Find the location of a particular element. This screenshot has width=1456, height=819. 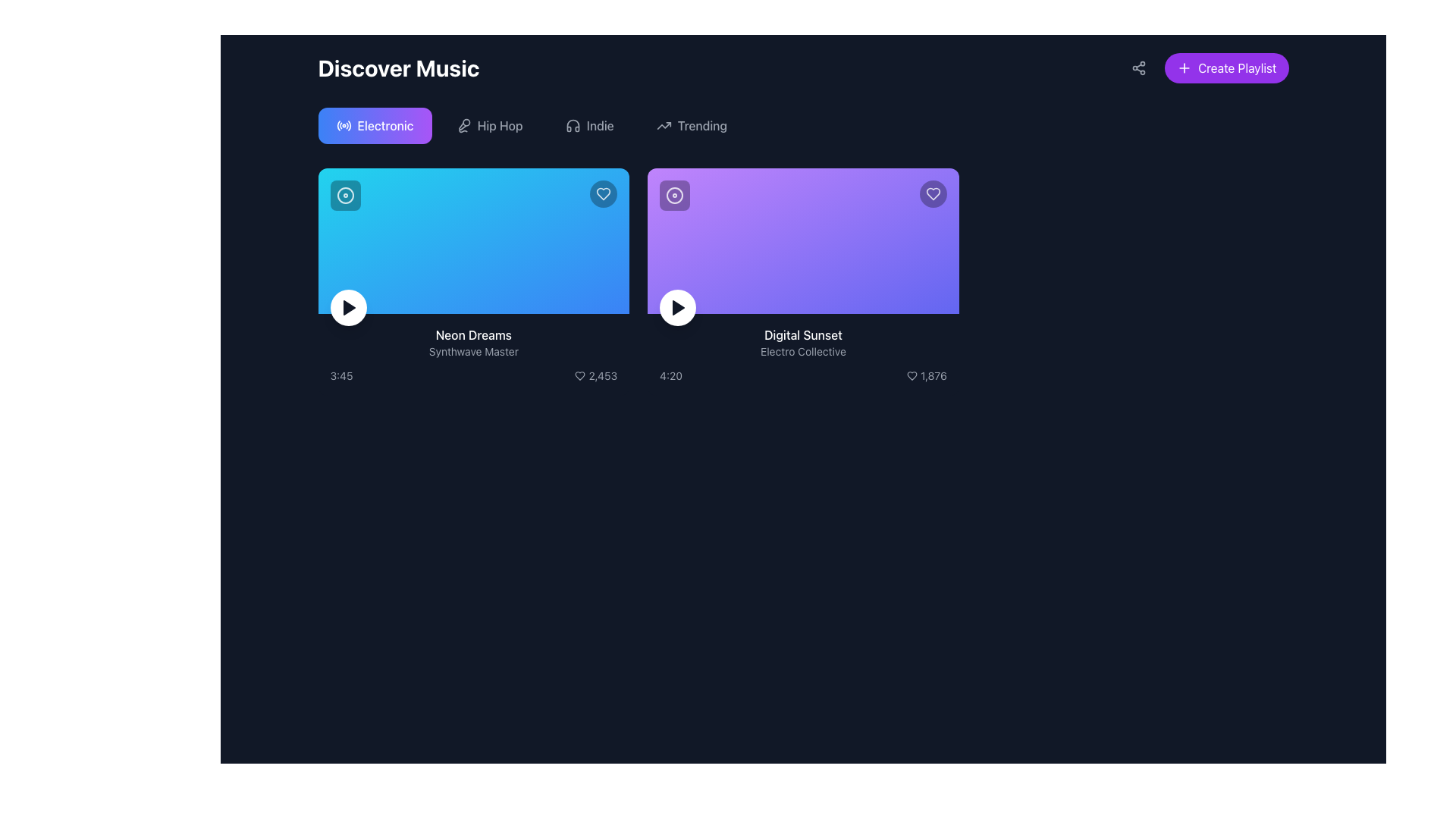

the 'Neon Dreams' text element is located at coordinates (472, 334).